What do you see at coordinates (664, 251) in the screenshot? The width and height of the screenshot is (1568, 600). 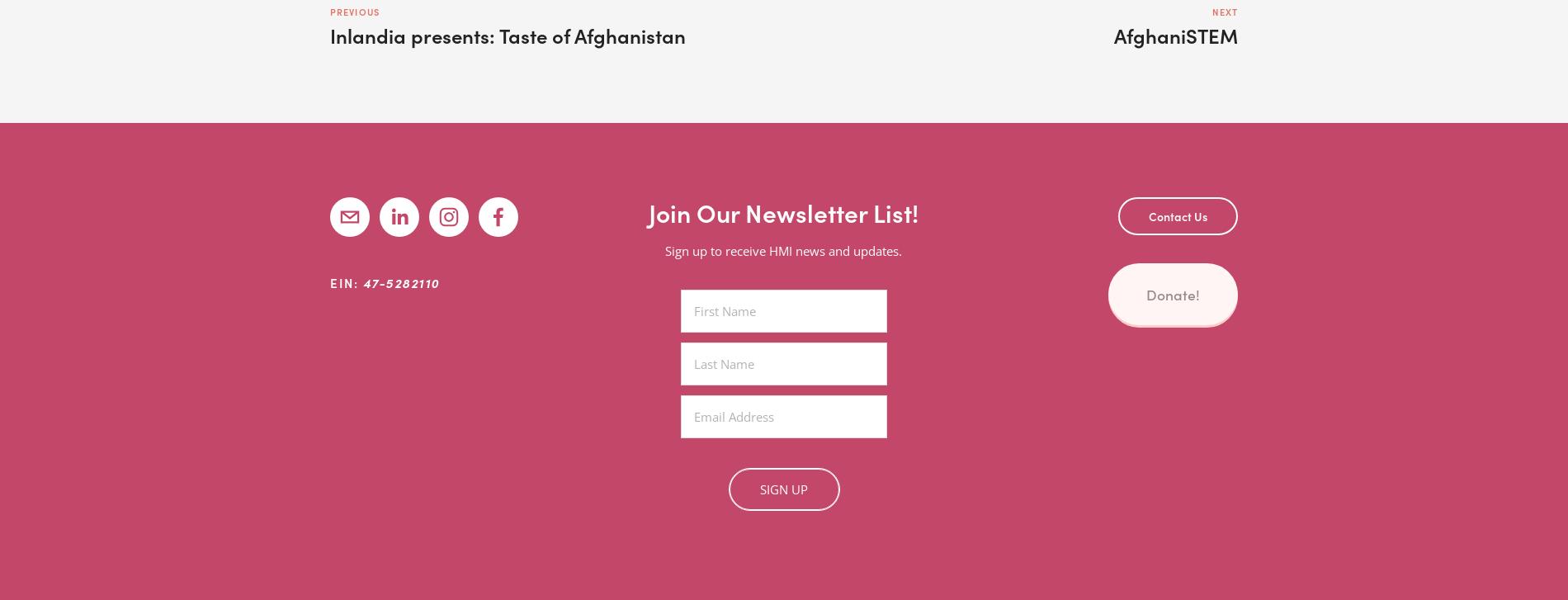 I see `'Sign up to receive HMI news and updates.'` at bounding box center [664, 251].